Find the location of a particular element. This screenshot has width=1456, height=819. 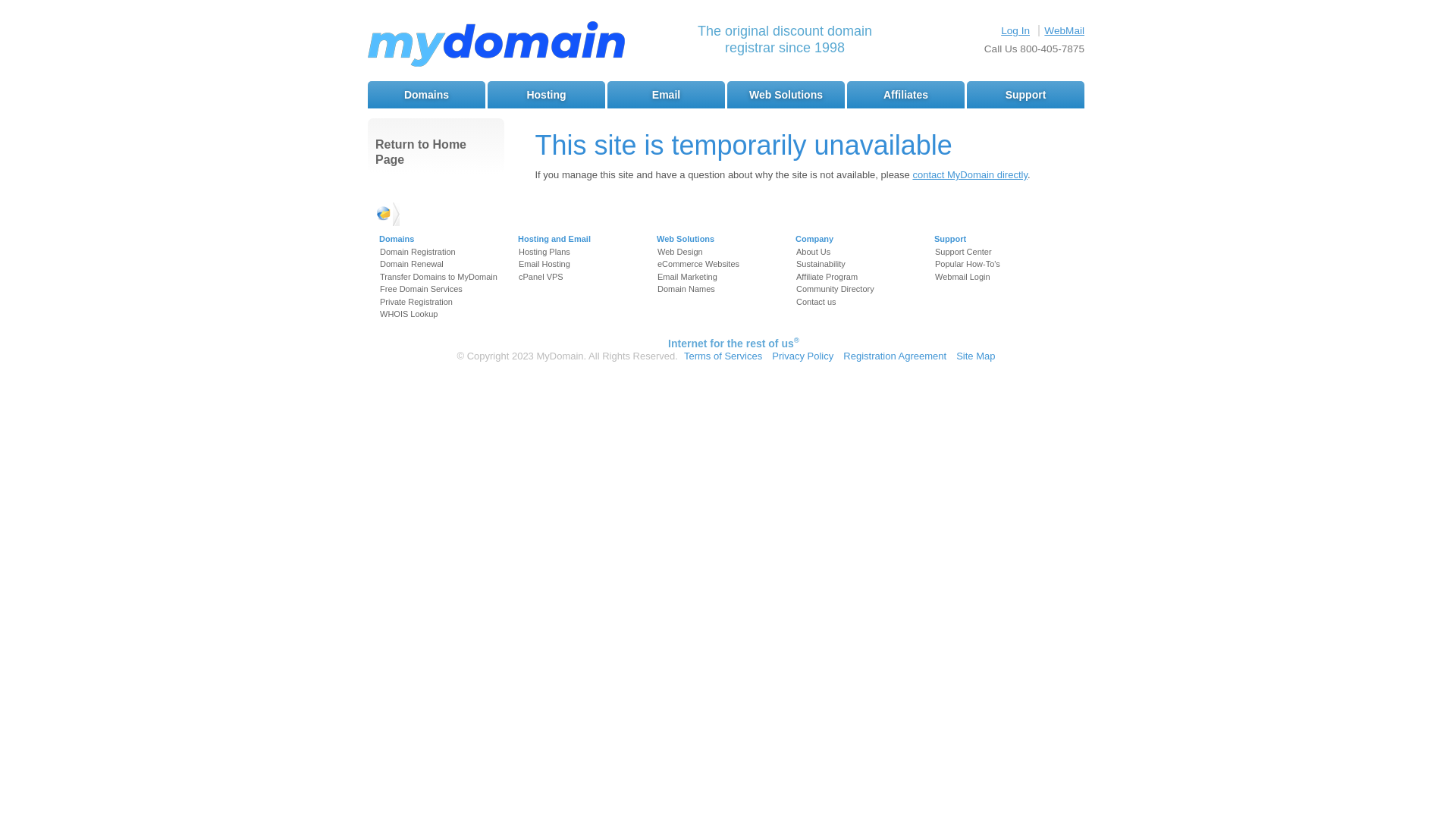

'Domain Names' is located at coordinates (686, 289).